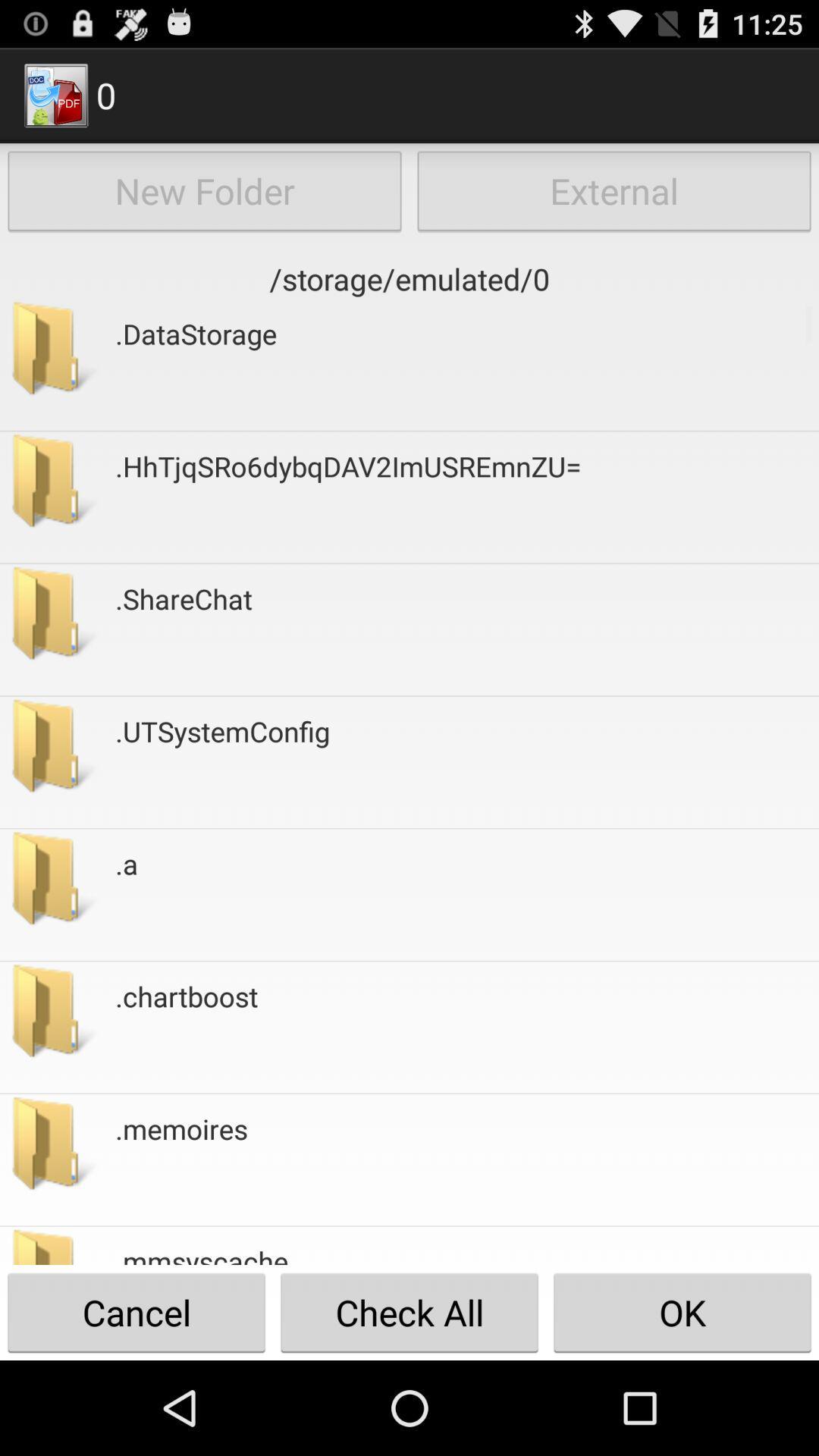 The width and height of the screenshot is (819, 1456). I want to click on the button to the left of the ok, so click(201, 1254).